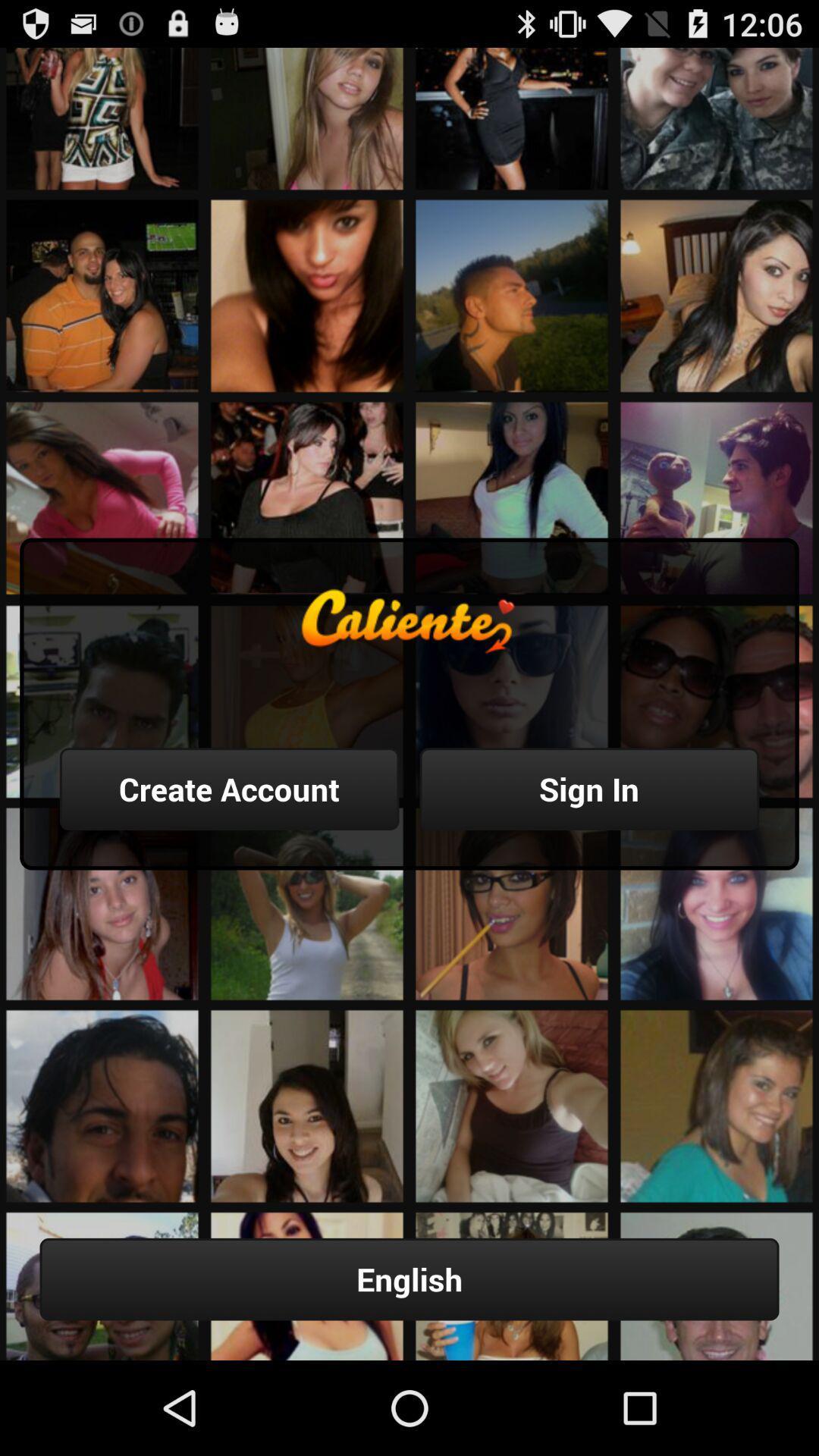  Describe the element at coordinates (588, 789) in the screenshot. I see `button on the right` at that location.